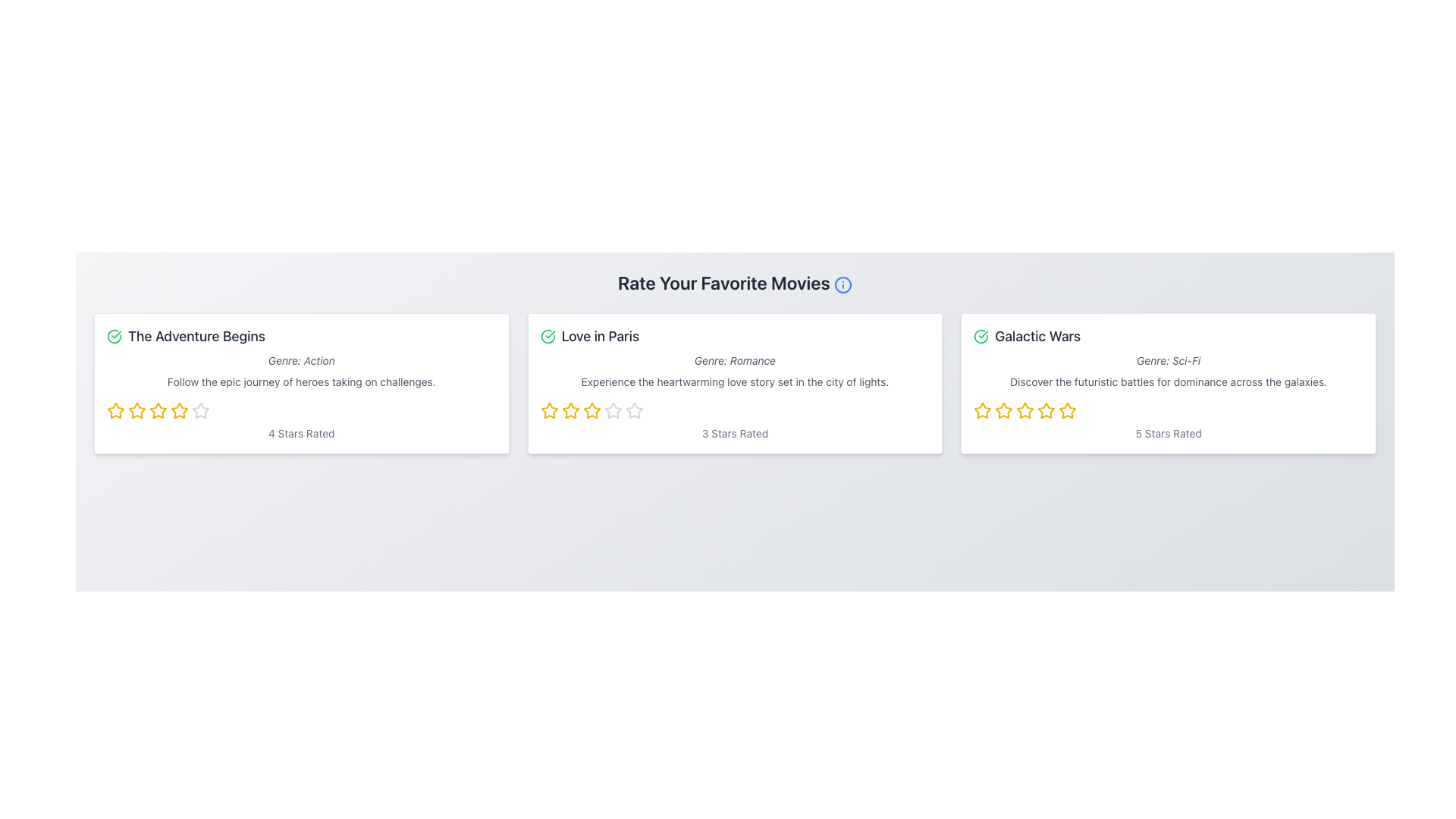 This screenshot has width=1456, height=819. I want to click on the second star in the rating system located beneath 'The Adventure Begins' to rate it, so click(179, 410).